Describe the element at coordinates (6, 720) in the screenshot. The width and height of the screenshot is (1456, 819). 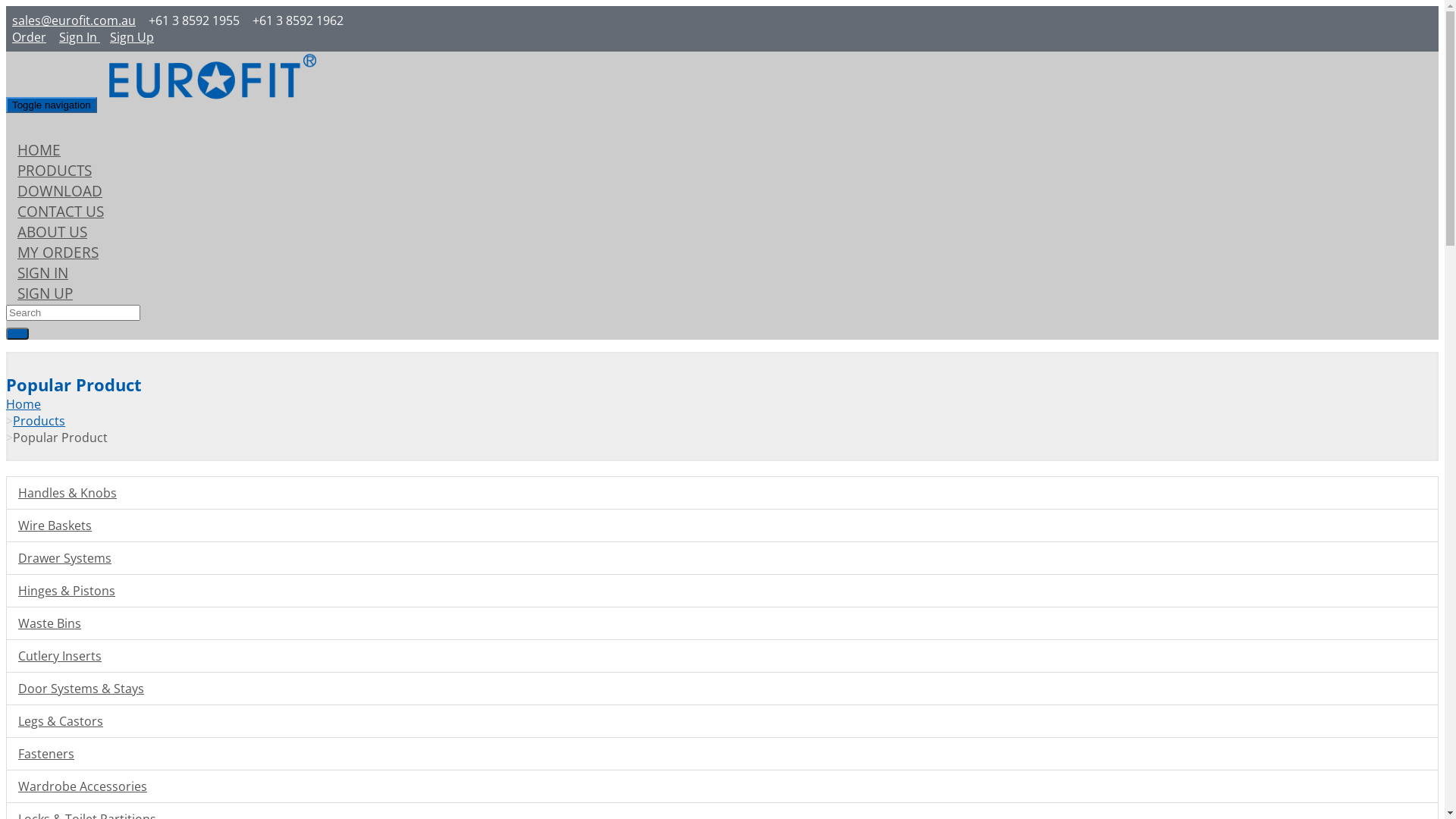
I see `'Legs & Castors'` at that location.